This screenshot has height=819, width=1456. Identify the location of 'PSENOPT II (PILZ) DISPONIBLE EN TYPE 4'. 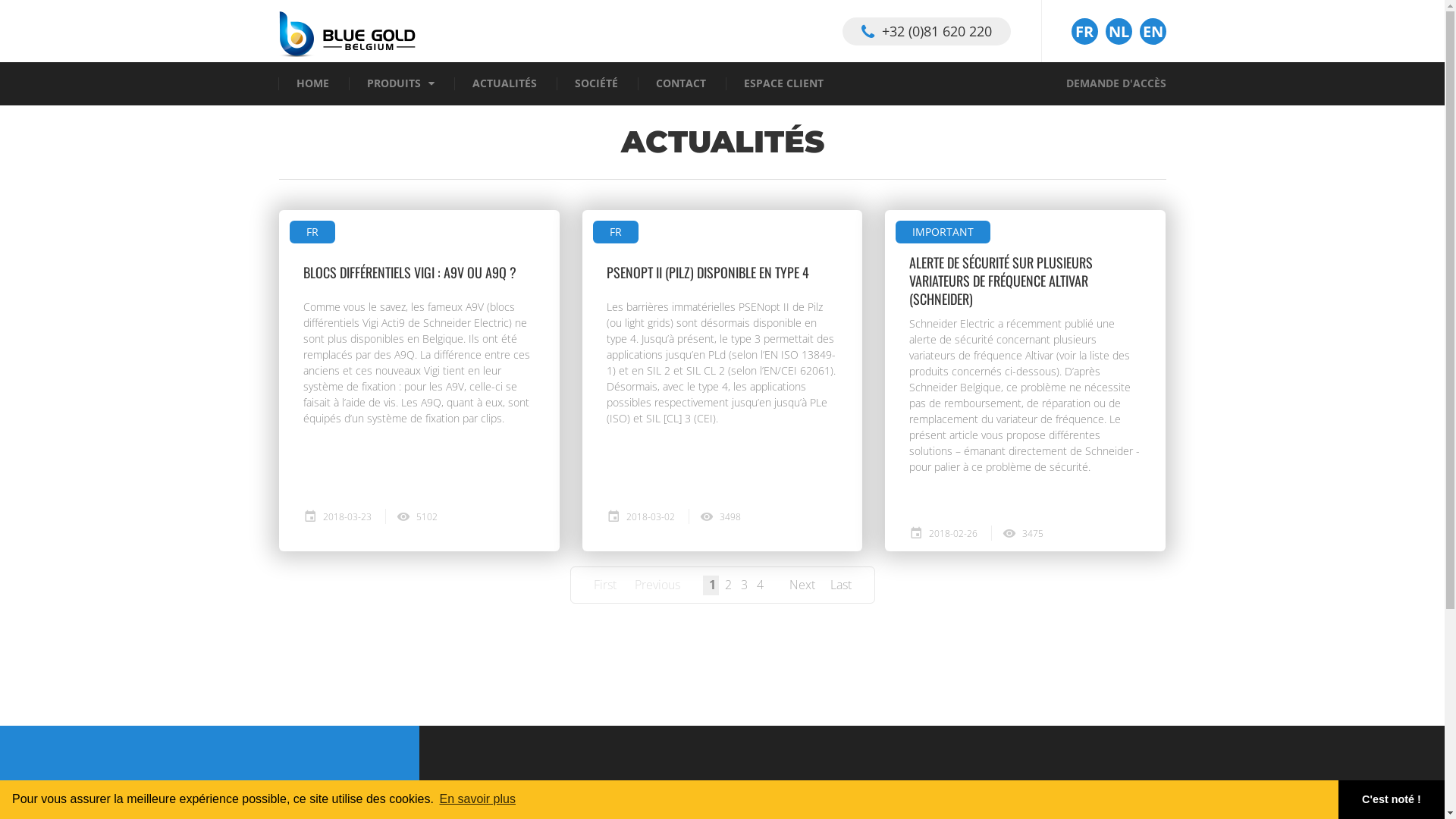
(607, 271).